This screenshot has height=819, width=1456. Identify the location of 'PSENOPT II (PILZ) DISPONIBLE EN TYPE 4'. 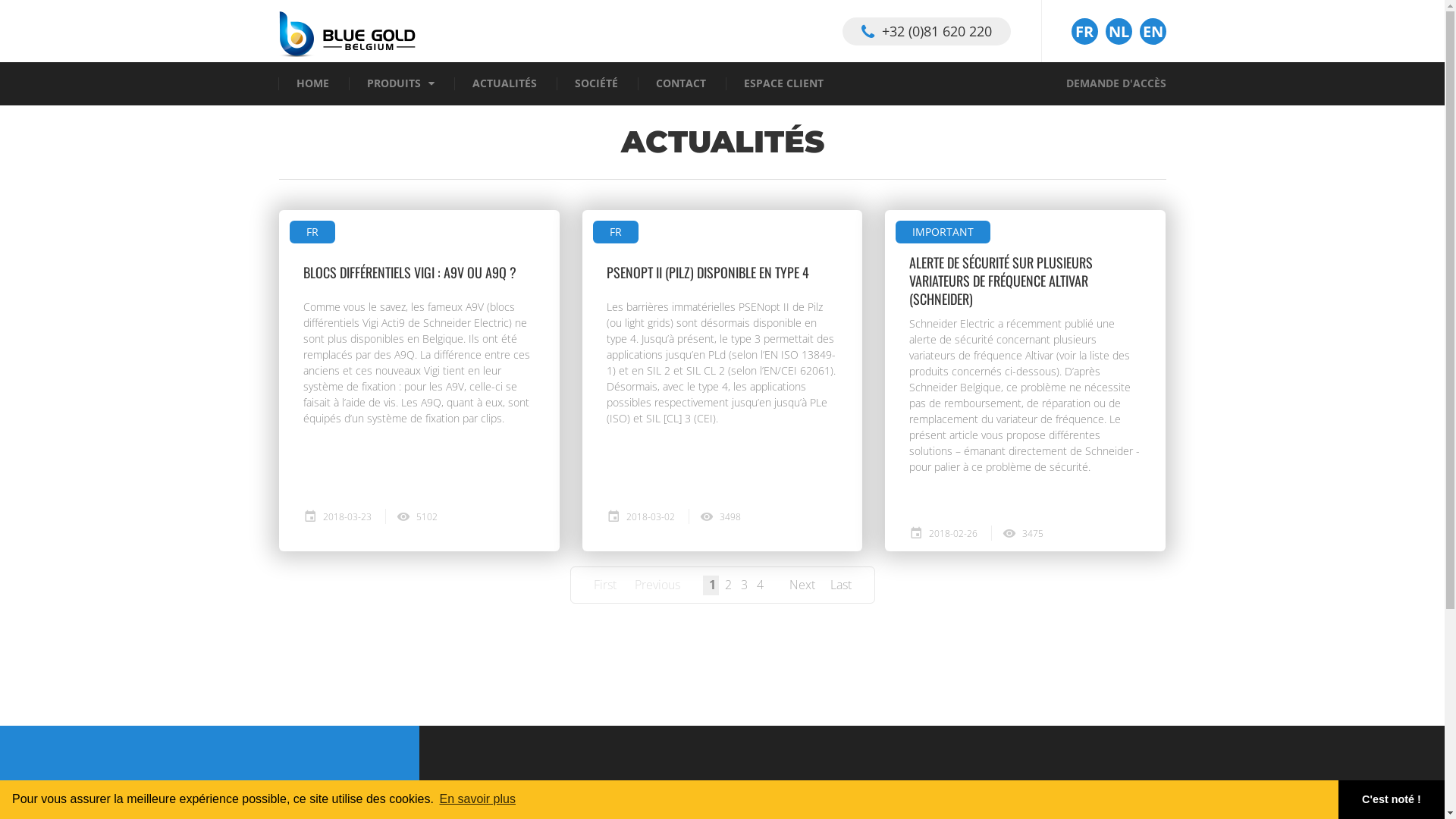
(607, 271).